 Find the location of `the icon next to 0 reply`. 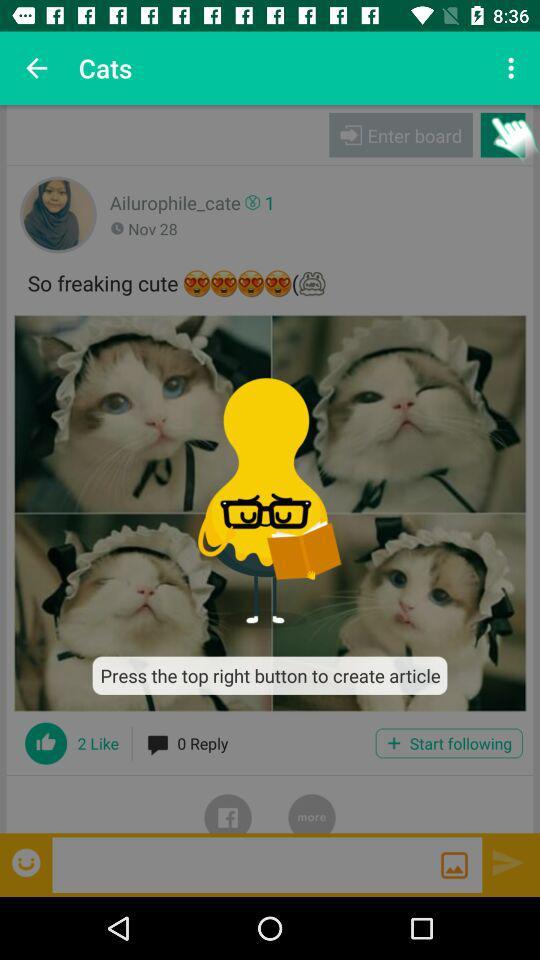

the icon next to 0 reply is located at coordinates (449, 742).